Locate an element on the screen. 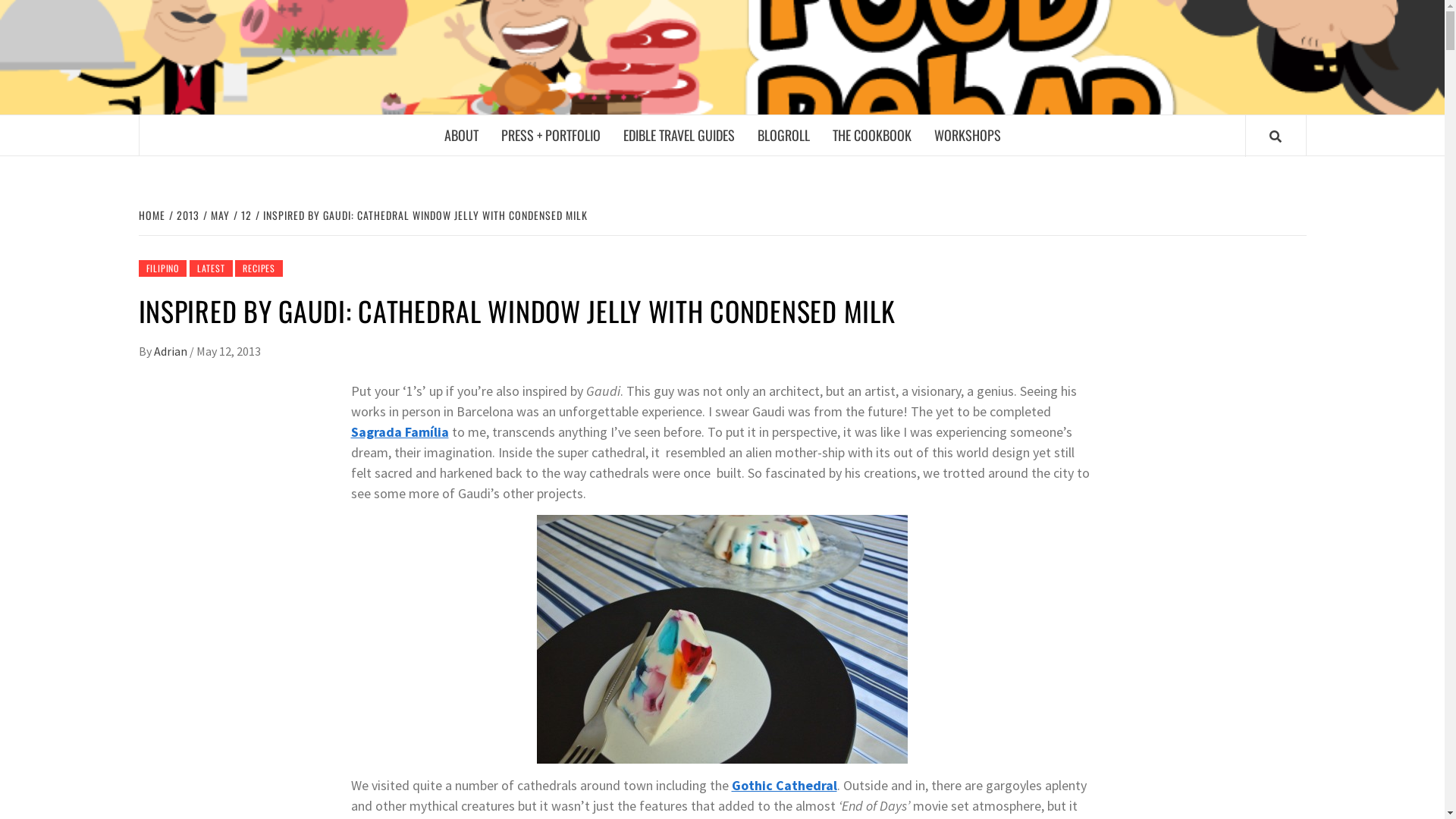  'PRESS + PORTFOLIO' is located at coordinates (550, 134).